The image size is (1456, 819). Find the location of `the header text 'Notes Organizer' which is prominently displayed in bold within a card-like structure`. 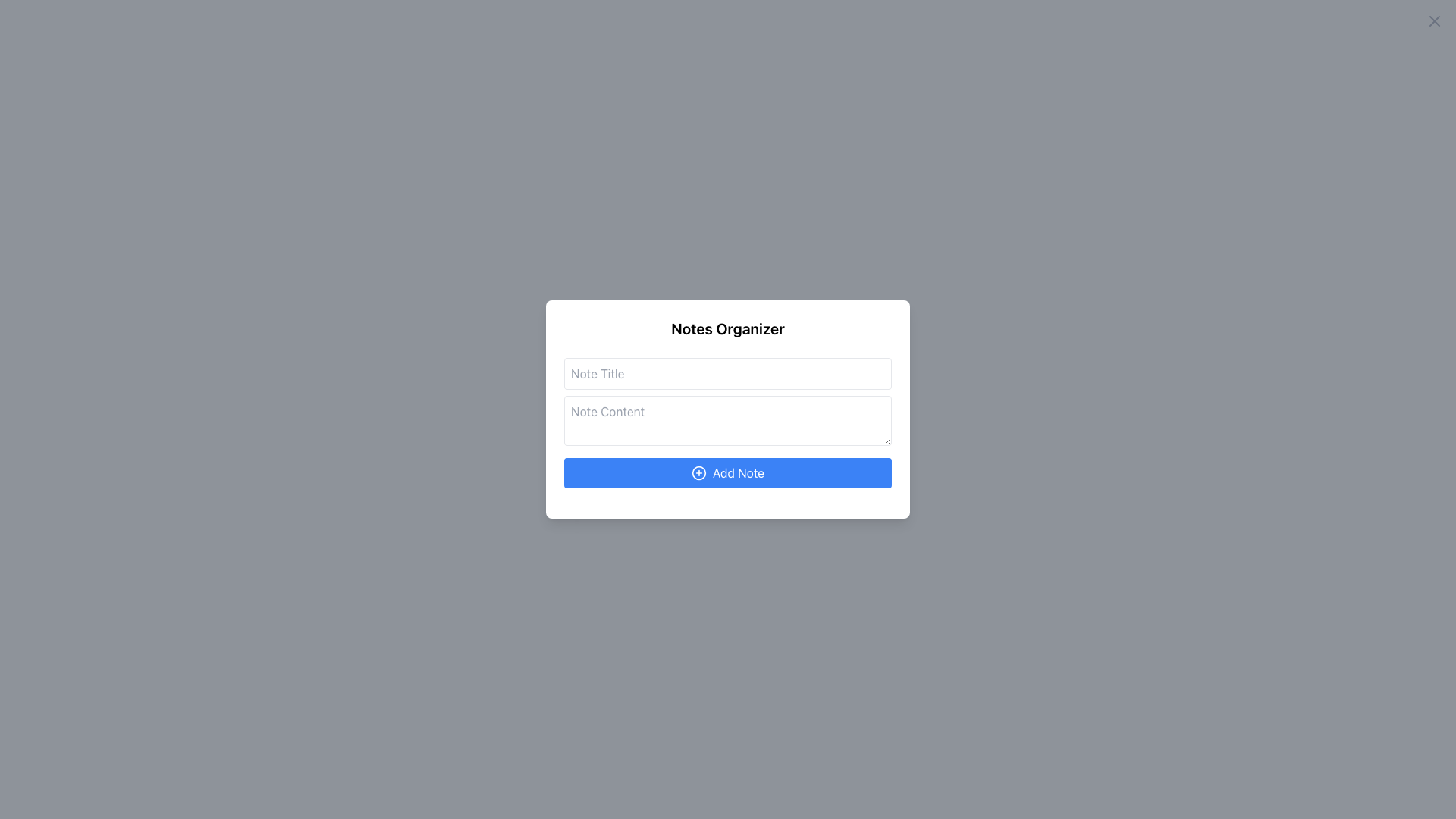

the header text 'Notes Organizer' which is prominently displayed in bold within a card-like structure is located at coordinates (728, 328).